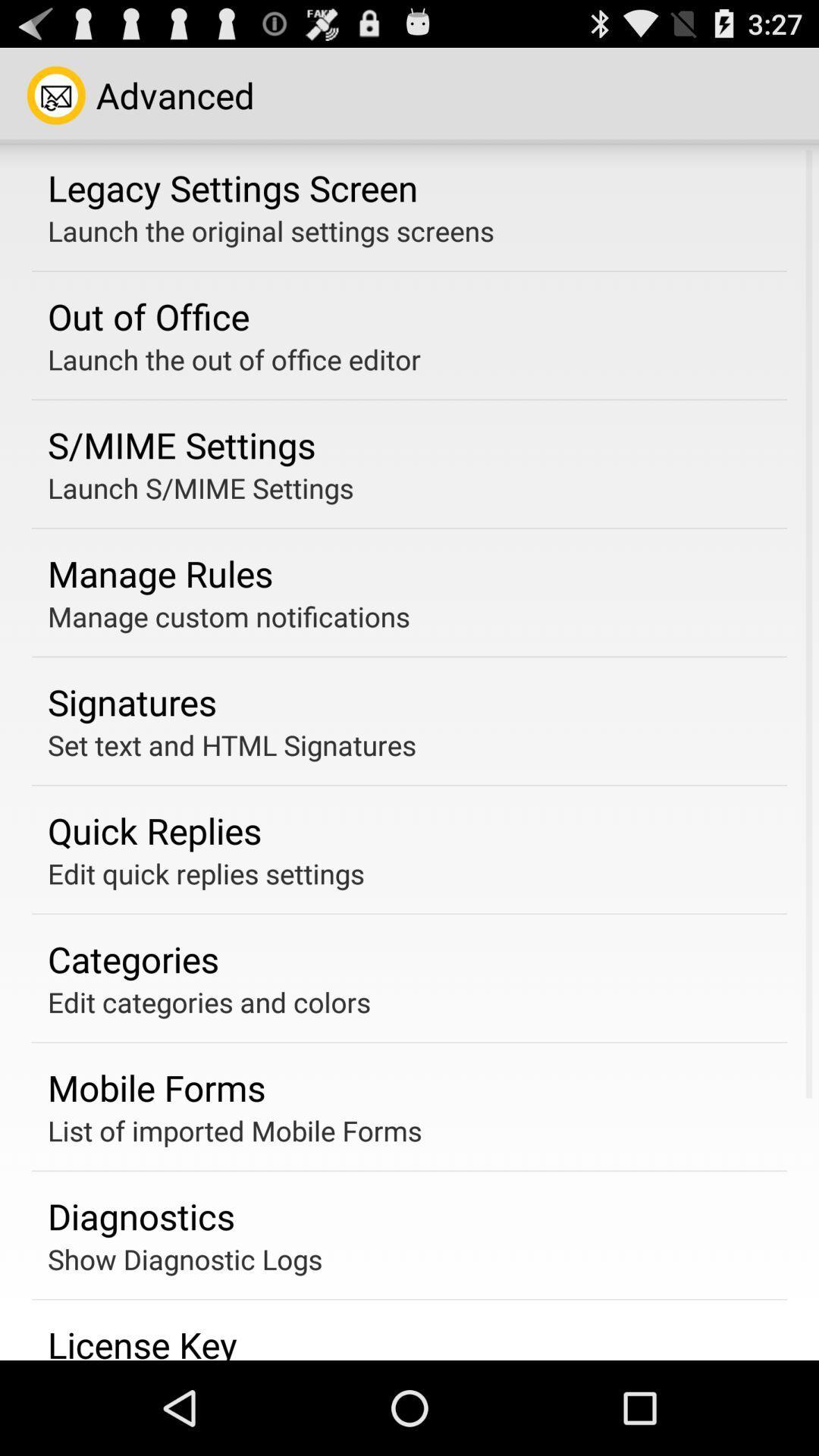 This screenshot has height=1456, width=819. Describe the element at coordinates (233, 187) in the screenshot. I see `icon above the launch the original` at that location.